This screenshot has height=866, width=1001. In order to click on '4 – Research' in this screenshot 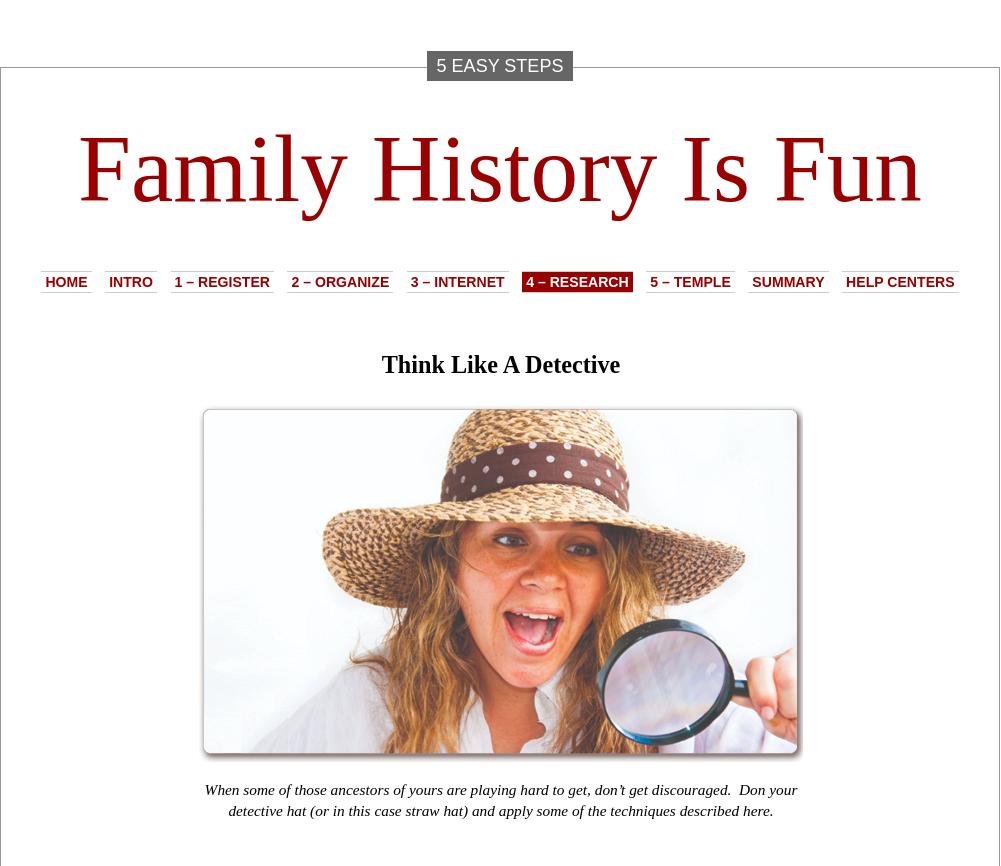, I will do `click(576, 280)`.